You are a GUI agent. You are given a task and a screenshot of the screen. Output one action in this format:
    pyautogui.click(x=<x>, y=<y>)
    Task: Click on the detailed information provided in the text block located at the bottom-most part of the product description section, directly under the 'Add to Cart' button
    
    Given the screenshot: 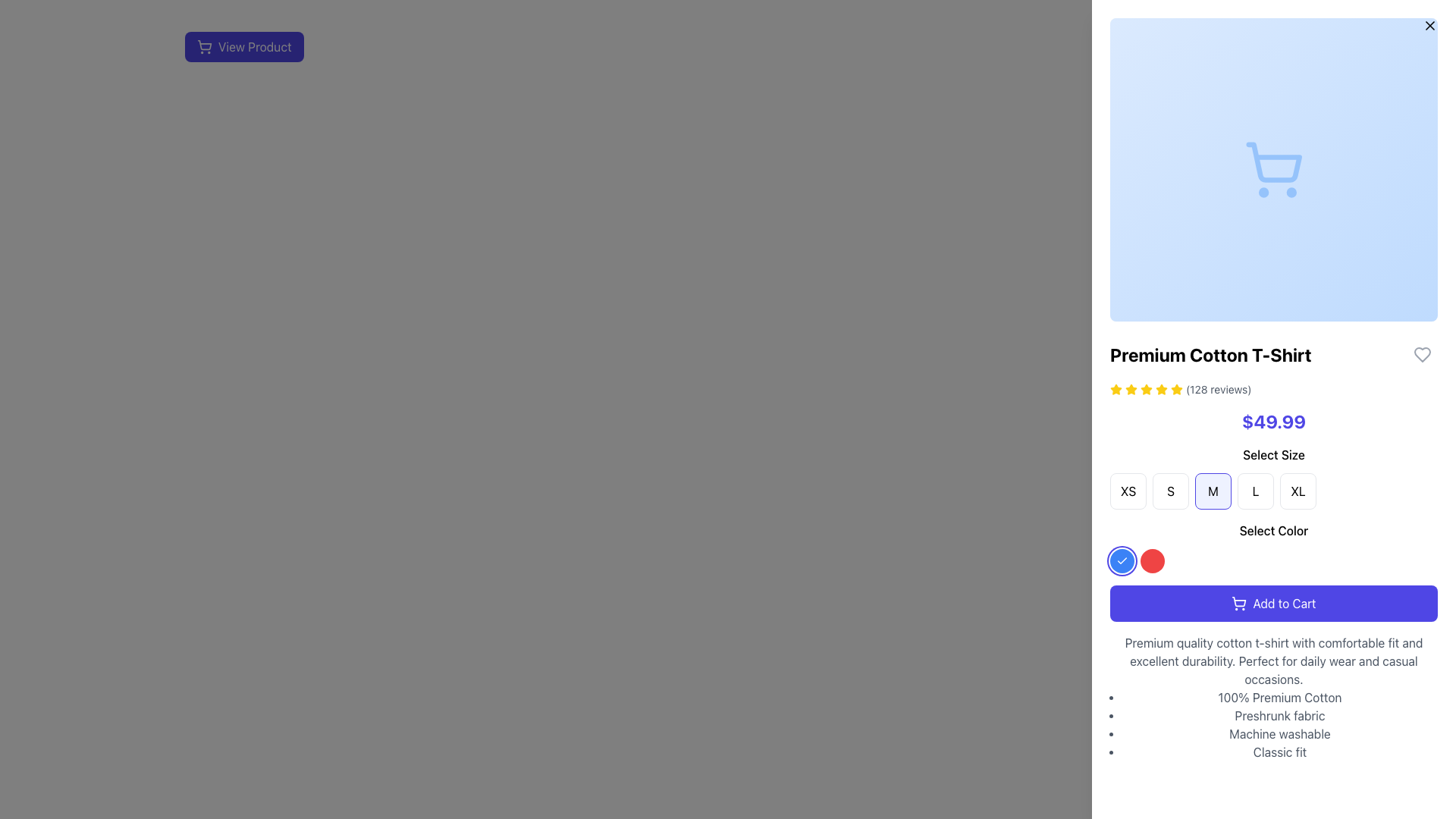 What is the action you would take?
    pyautogui.click(x=1274, y=698)
    